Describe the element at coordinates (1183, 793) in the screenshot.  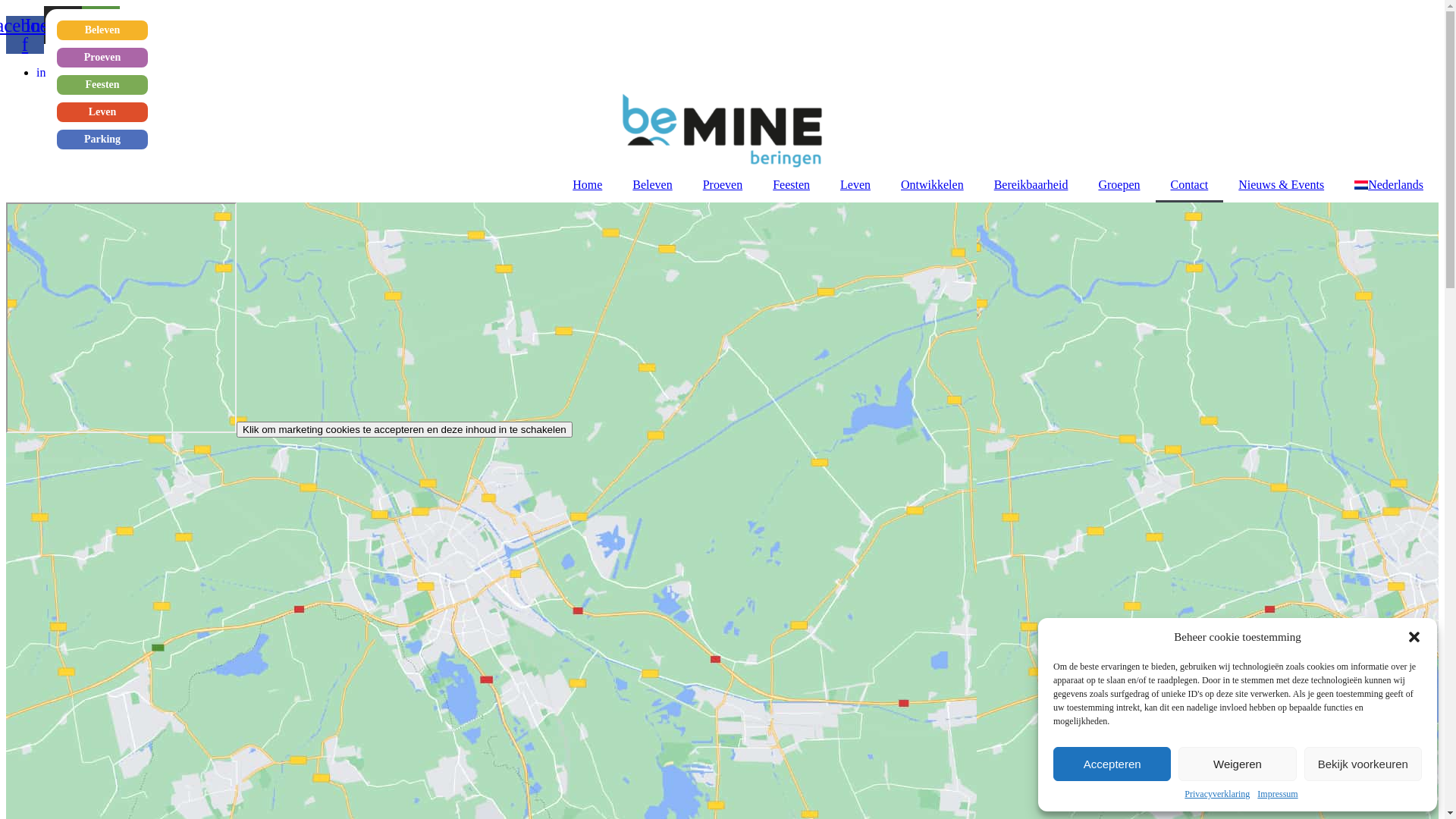
I see `'Privacyverklaring'` at that location.